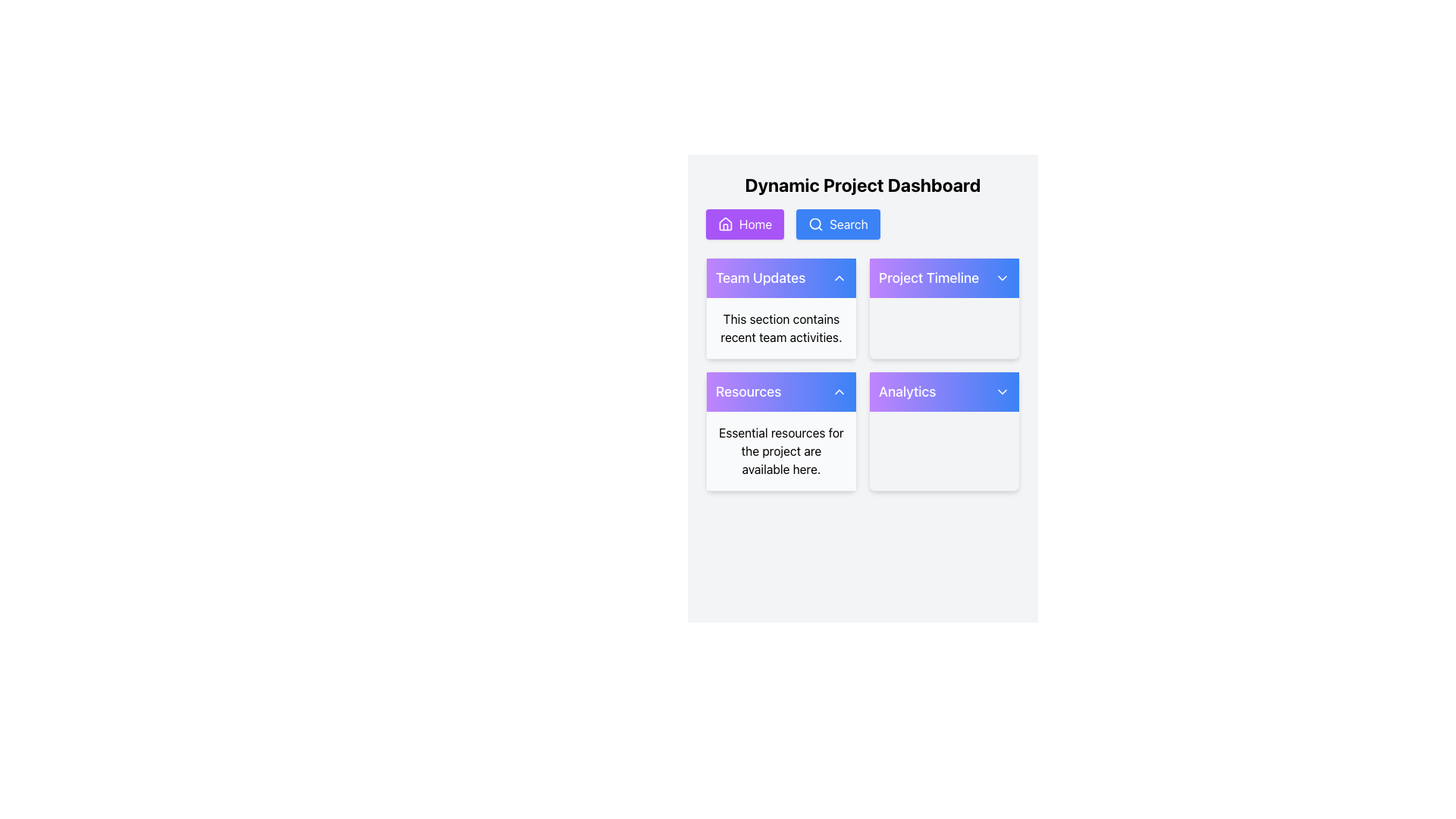 This screenshot has height=819, width=1456. I want to click on the Text Label that serves as a title for a card grouping resources, positioned in the lower-left quadrant of the card, beneath the 'Team Updates' card and to the left of the 'Analytics' card, so click(748, 391).